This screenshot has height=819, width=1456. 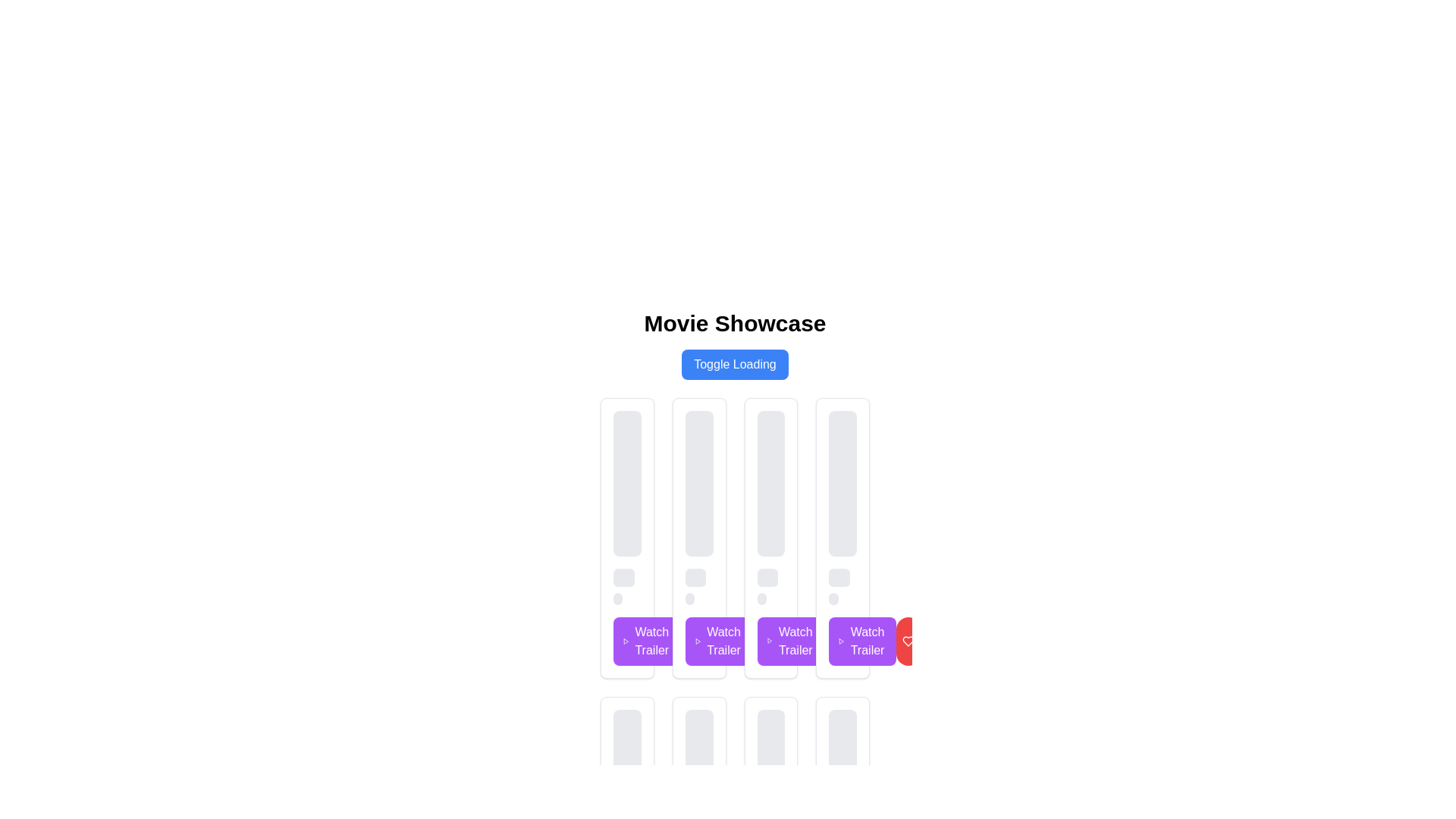 What do you see at coordinates (789, 641) in the screenshot?
I see `the 'Watch Trailer' button, which is a rectangular button with rounded edges, has a purple background, and contains white text with a play icon to its left, located as the third button from the left in a row of four buttons` at bounding box center [789, 641].